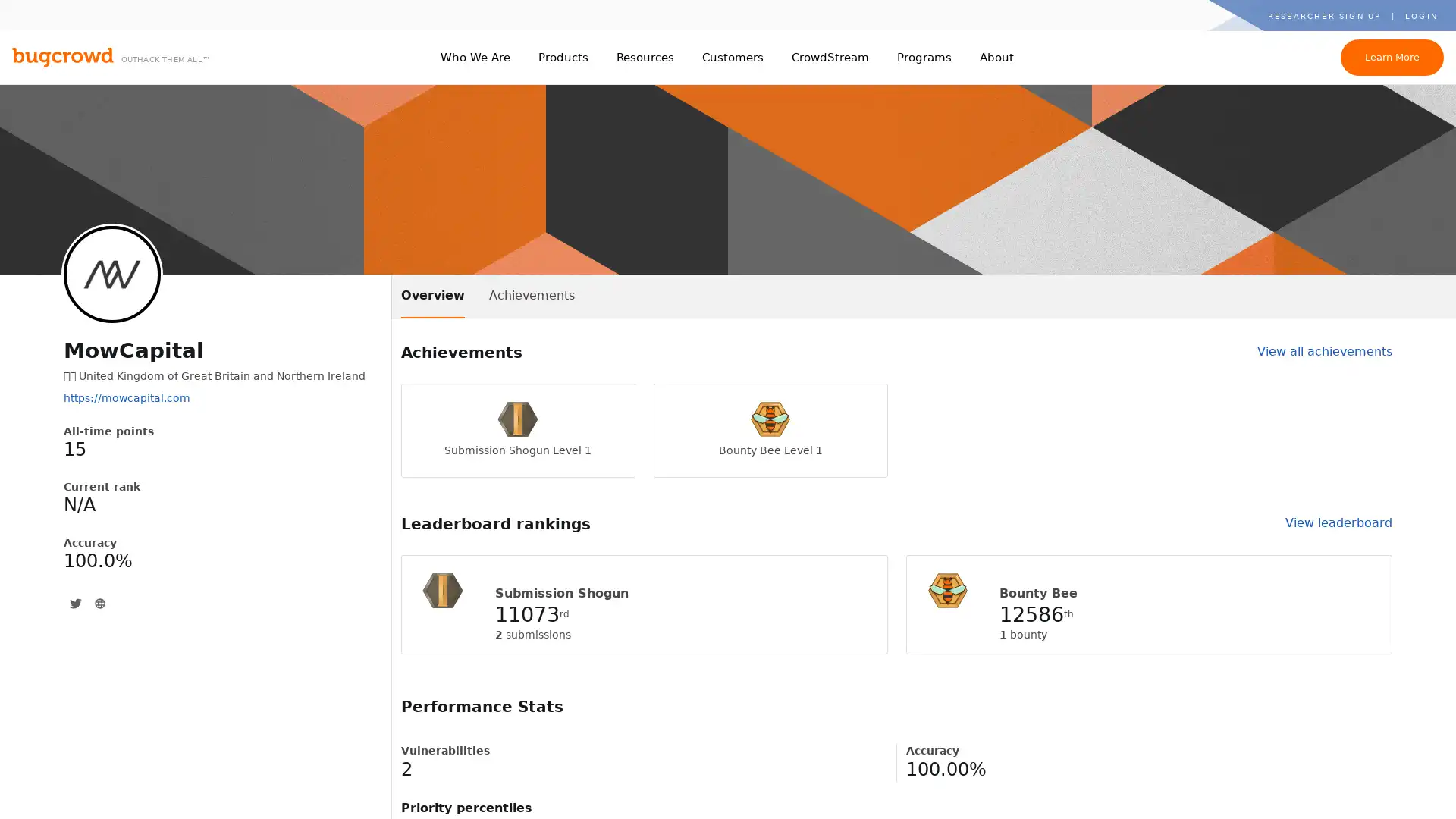 The width and height of the screenshot is (1456, 819). Describe the element at coordinates (770, 430) in the screenshot. I see `Bounty Bee Level 1 Bounty Bee Level 1` at that location.